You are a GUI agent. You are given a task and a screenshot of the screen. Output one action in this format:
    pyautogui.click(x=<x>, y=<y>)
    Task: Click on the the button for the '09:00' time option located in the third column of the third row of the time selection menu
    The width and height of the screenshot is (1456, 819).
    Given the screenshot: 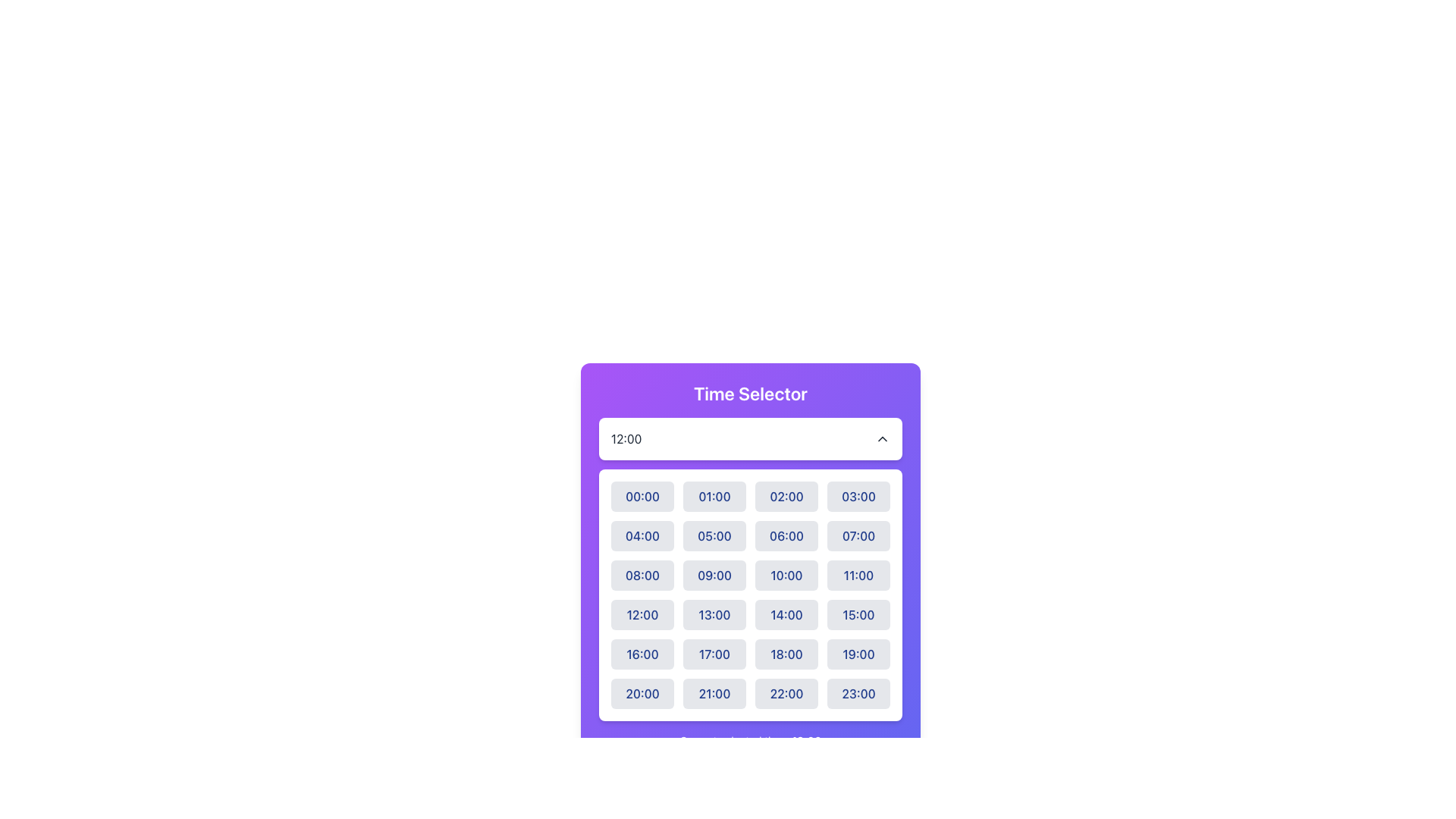 What is the action you would take?
    pyautogui.click(x=714, y=576)
    